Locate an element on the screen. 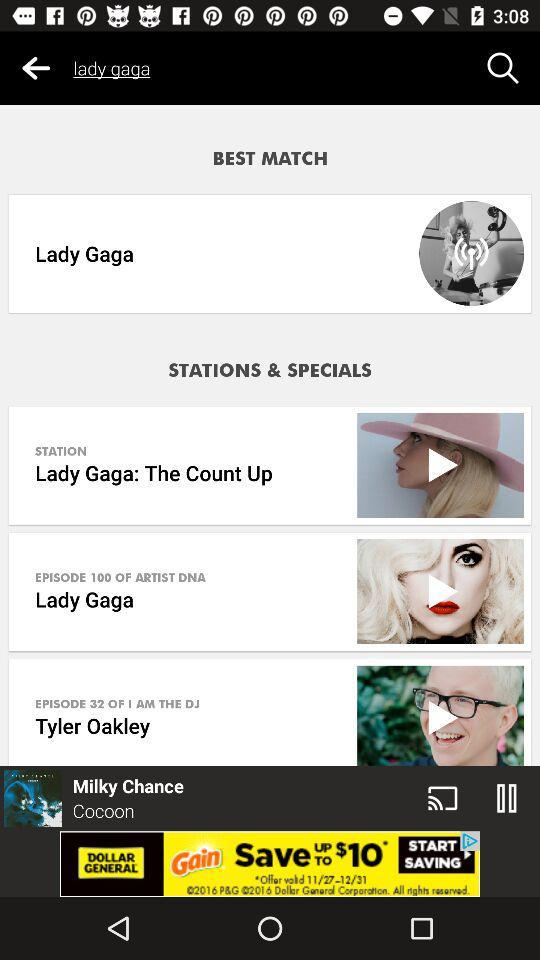  the arrow_backward icon is located at coordinates (36, 68).